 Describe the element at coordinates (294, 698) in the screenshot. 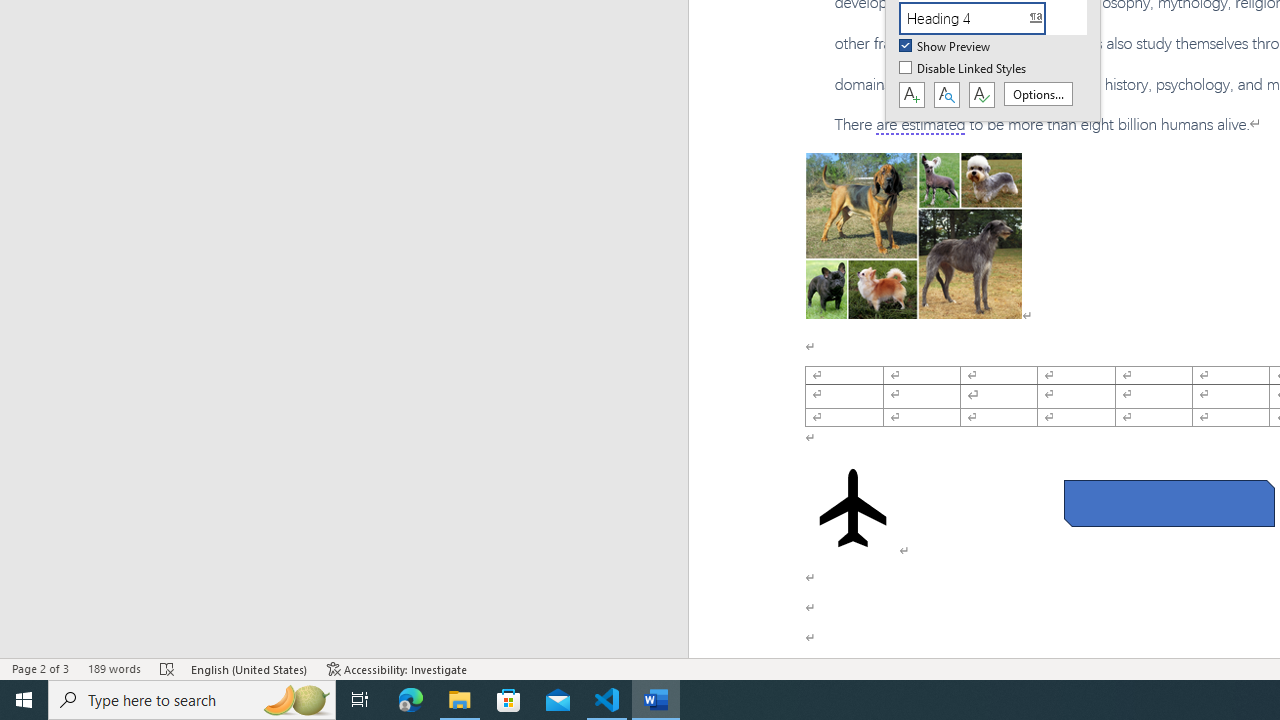

I see `'Search highlights icon opens search home window'` at that location.